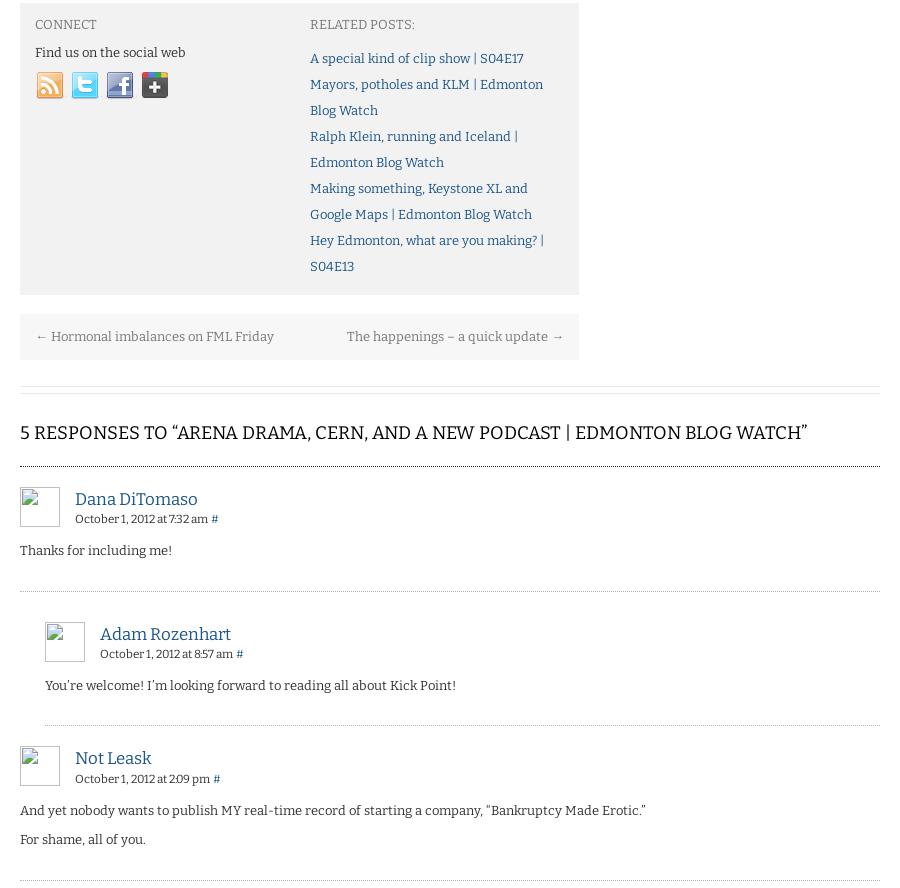  What do you see at coordinates (73, 756) in the screenshot?
I see `'Not Leask'` at bounding box center [73, 756].